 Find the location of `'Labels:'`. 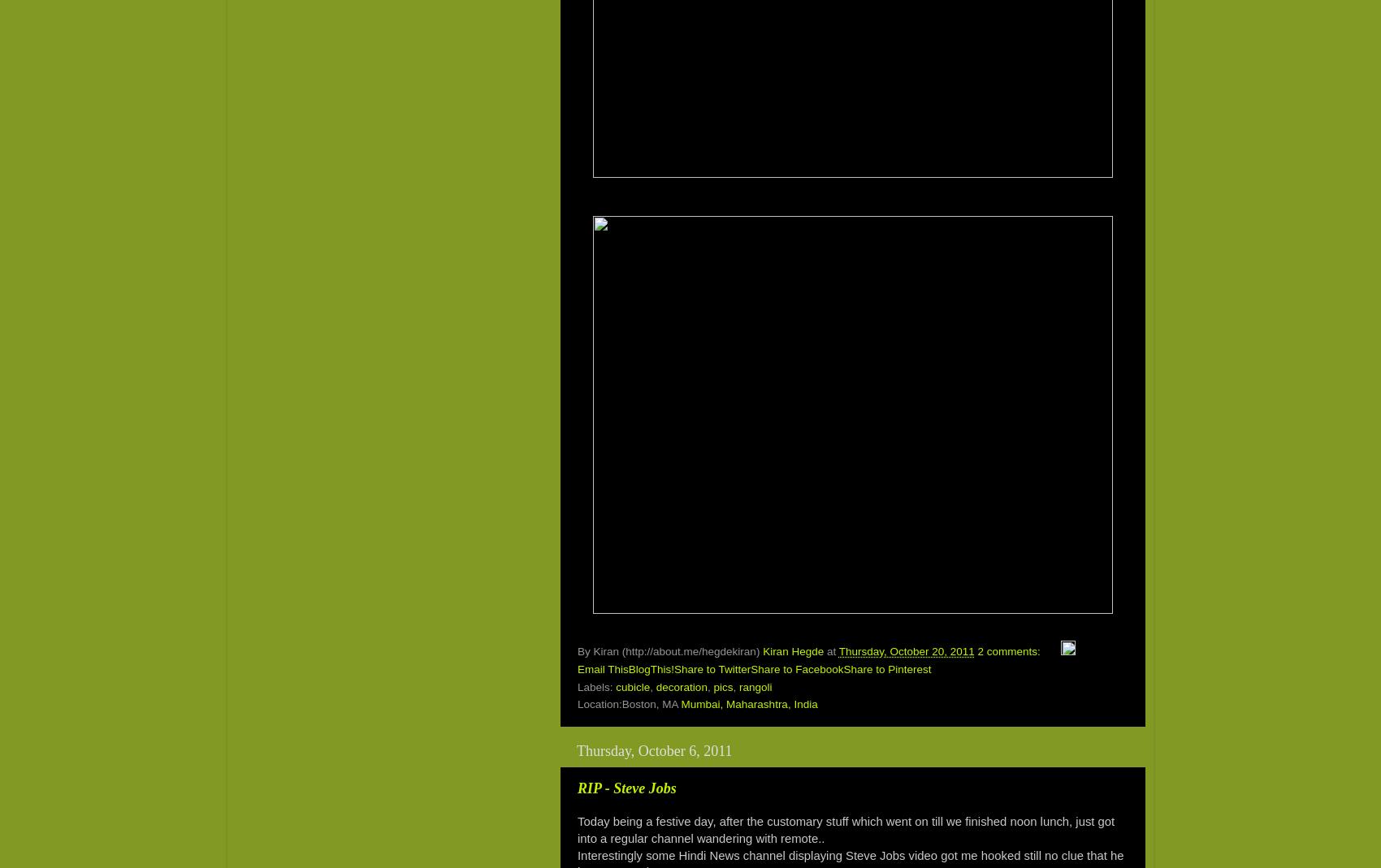

'Labels:' is located at coordinates (596, 686).